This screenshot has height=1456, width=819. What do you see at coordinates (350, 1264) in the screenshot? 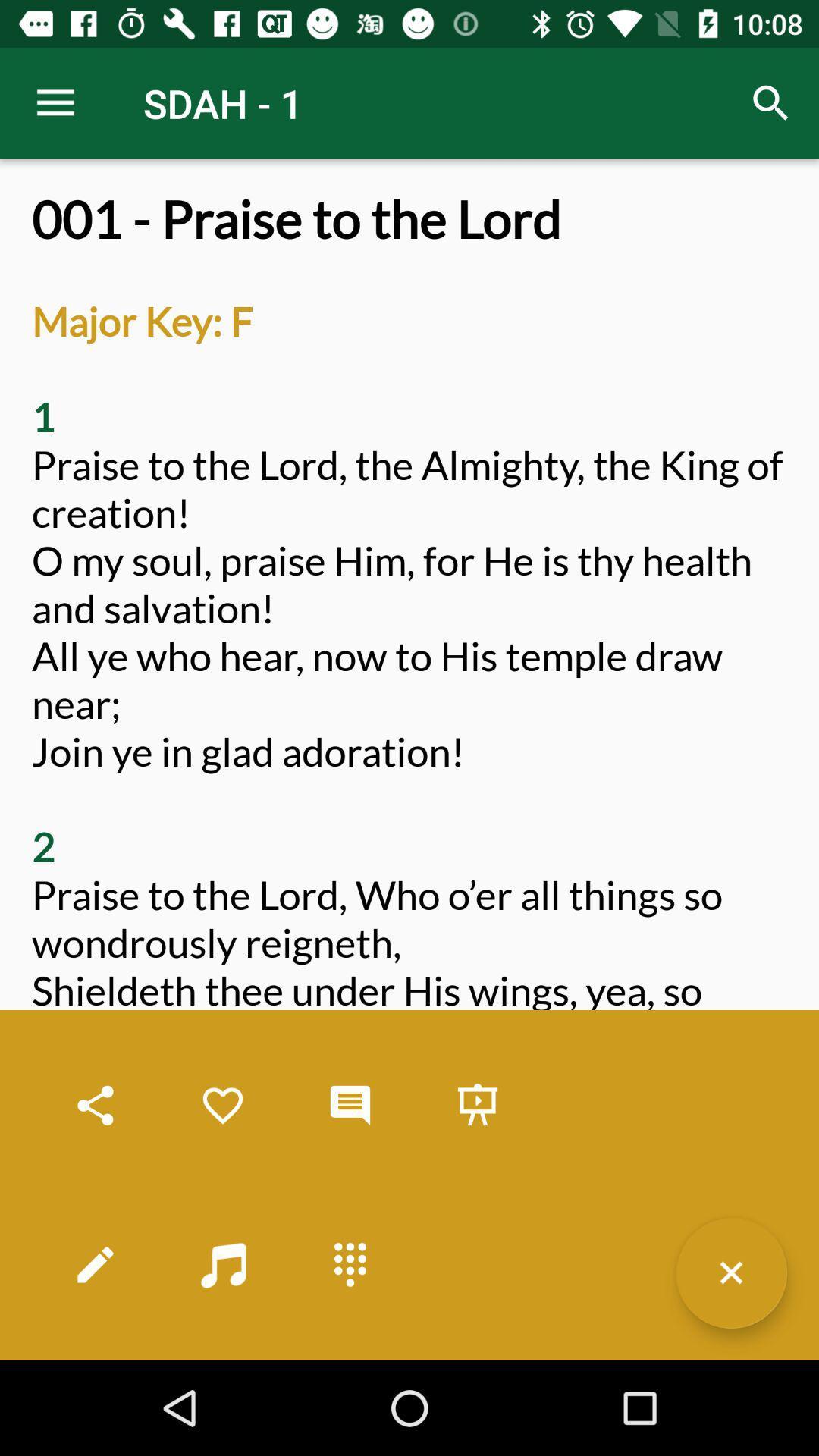
I see `an all other options` at bounding box center [350, 1264].